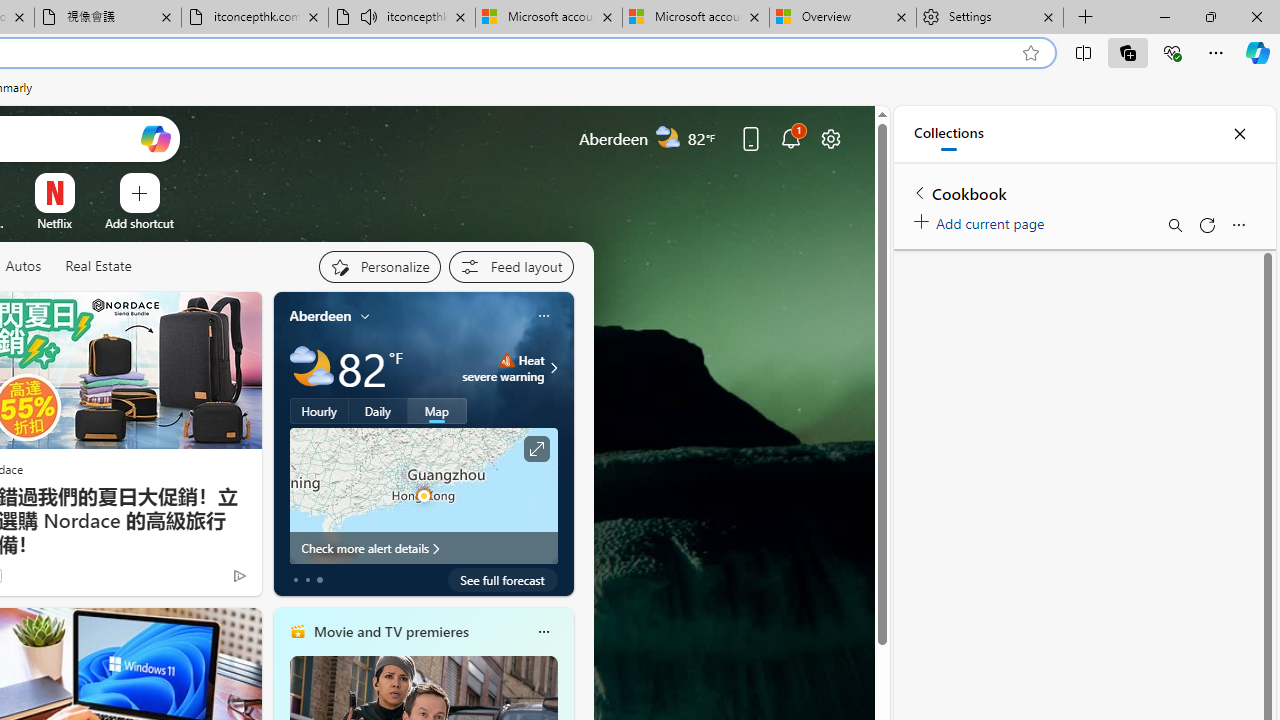 The height and width of the screenshot is (720, 1280). Describe the element at coordinates (294, 579) in the screenshot. I see `'tab-0'` at that location.